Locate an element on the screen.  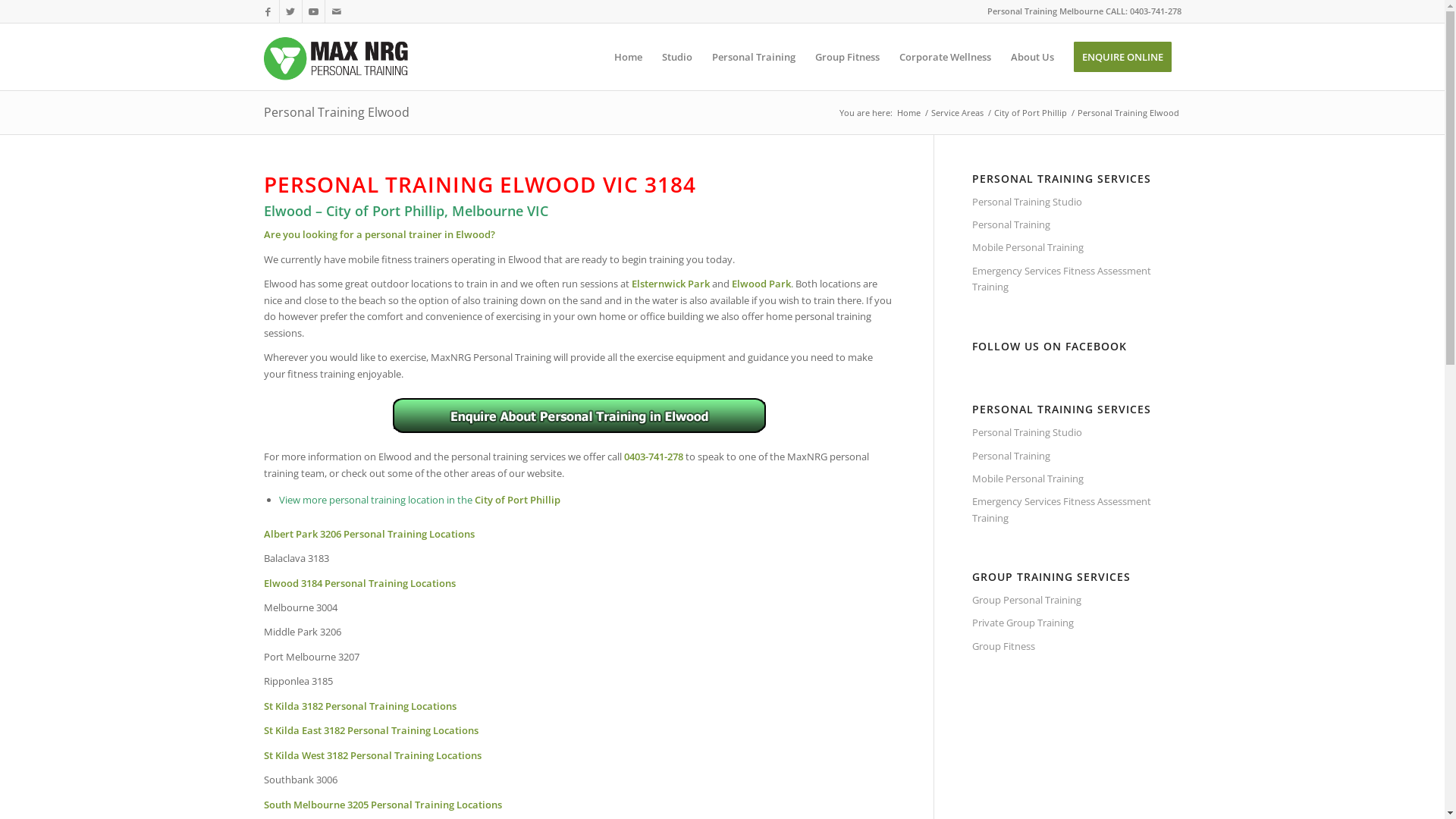
'Mail' is located at coordinates (334, 11).